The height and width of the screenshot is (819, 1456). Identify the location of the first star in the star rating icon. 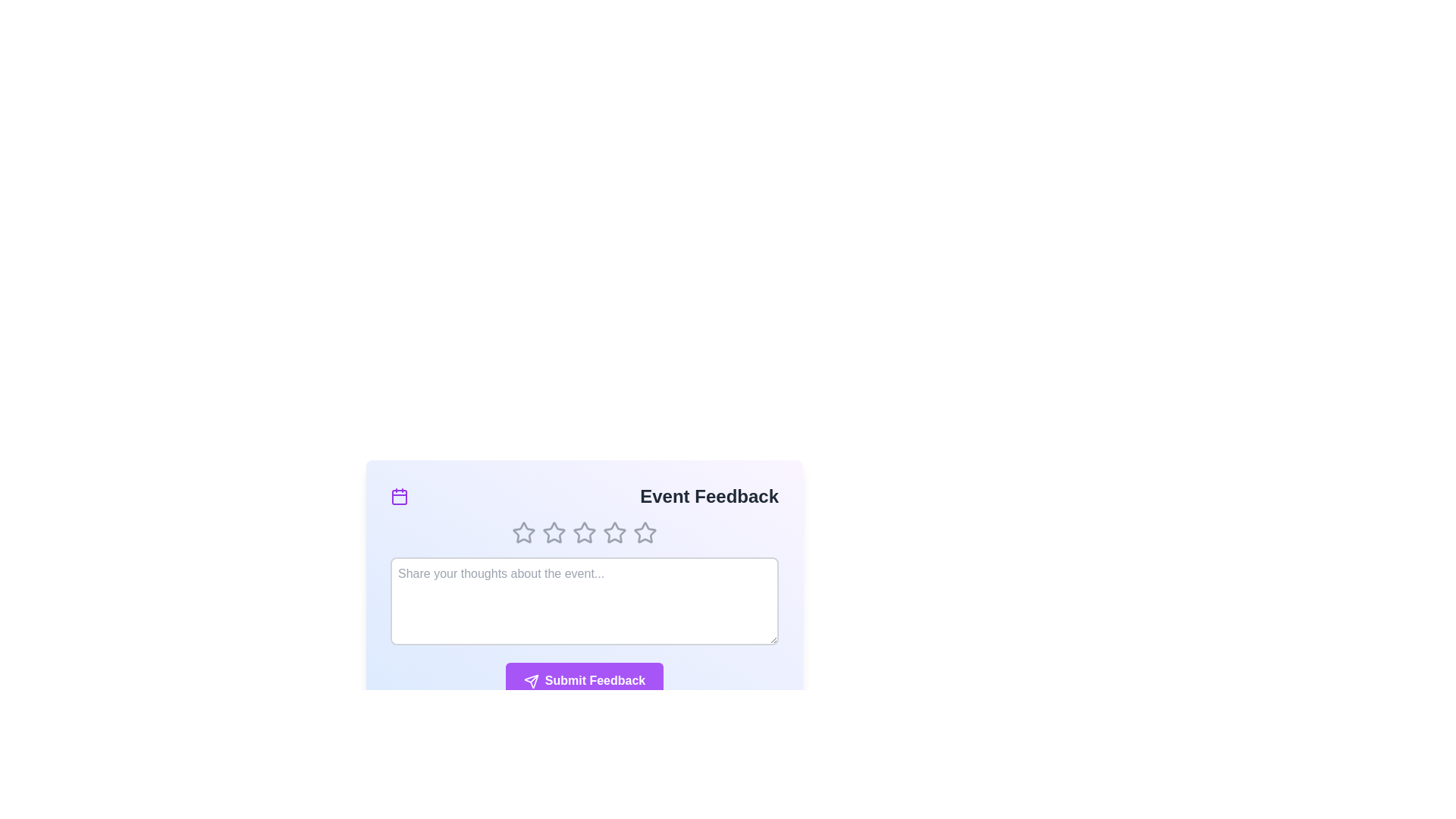
(524, 532).